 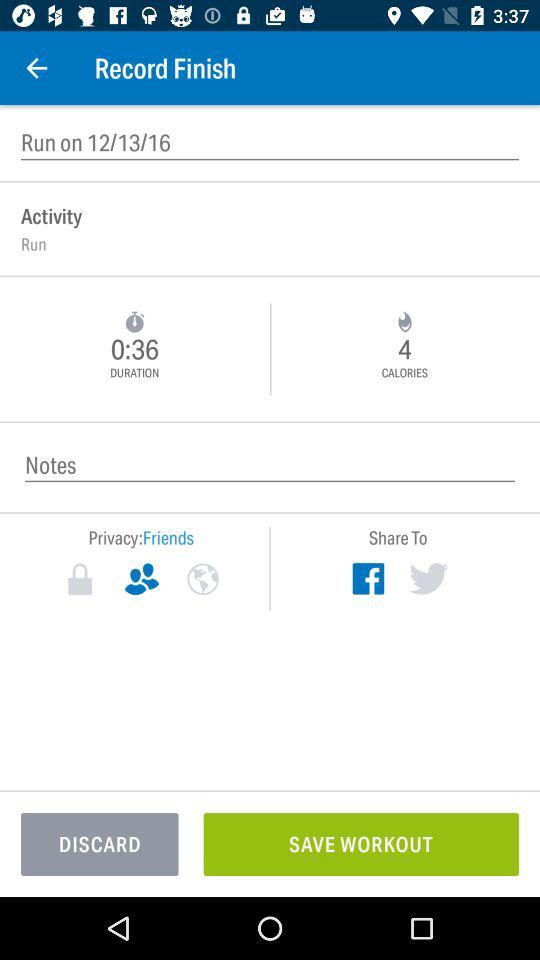 I want to click on icon below share to, so click(x=367, y=578).